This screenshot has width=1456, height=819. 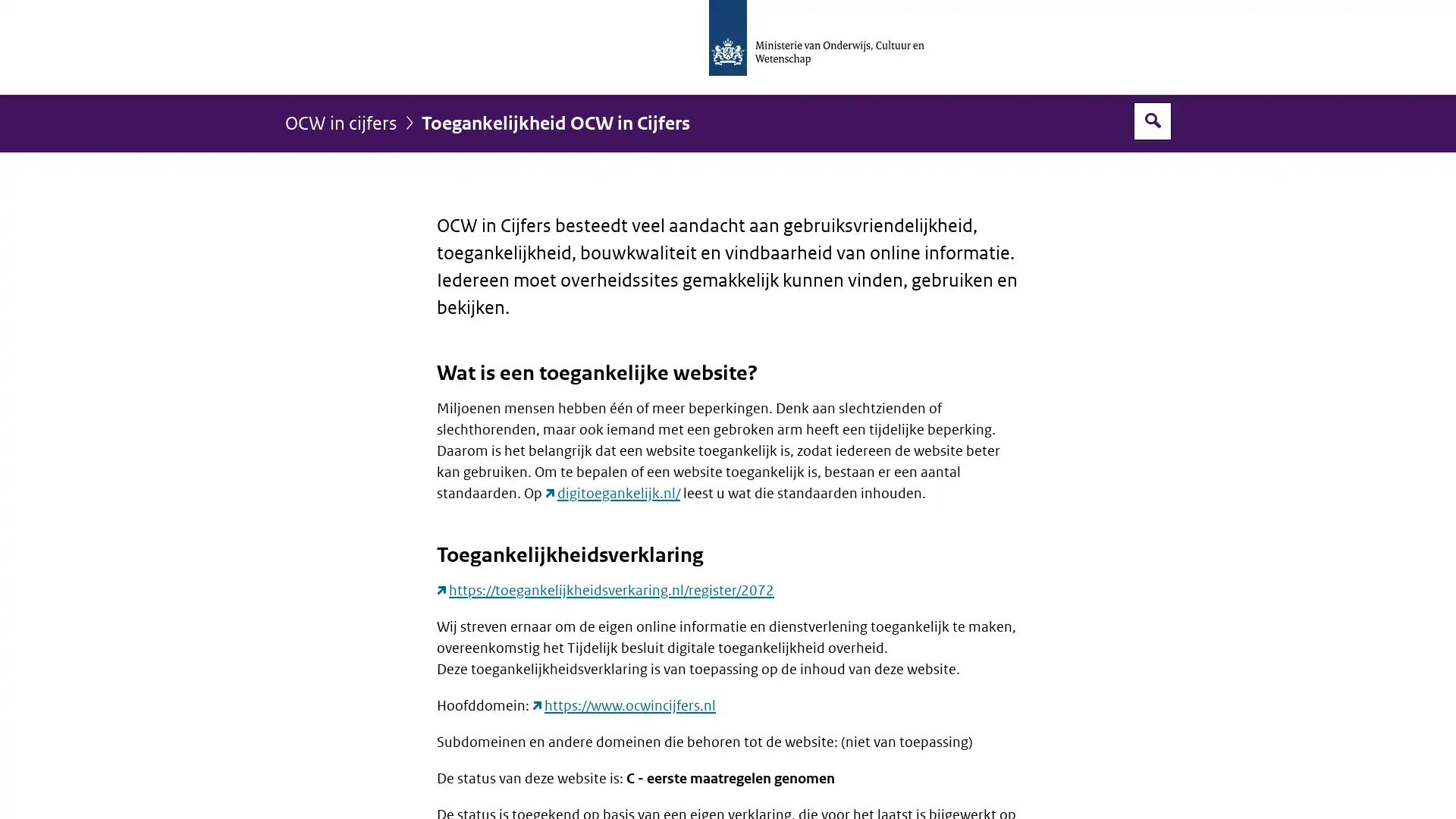 What do you see at coordinates (1153, 120) in the screenshot?
I see `Open zoekveld` at bounding box center [1153, 120].